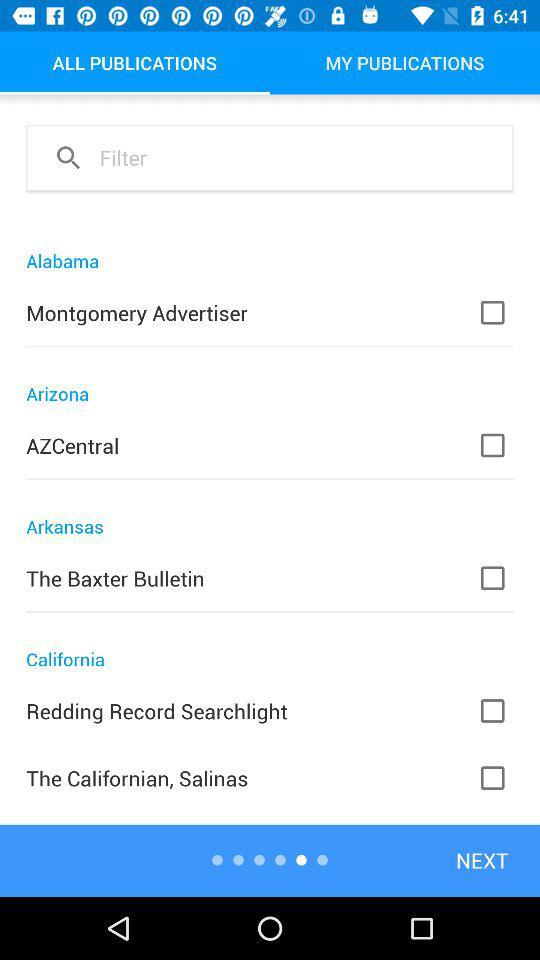  What do you see at coordinates (67, 156) in the screenshot?
I see `the search button` at bounding box center [67, 156].